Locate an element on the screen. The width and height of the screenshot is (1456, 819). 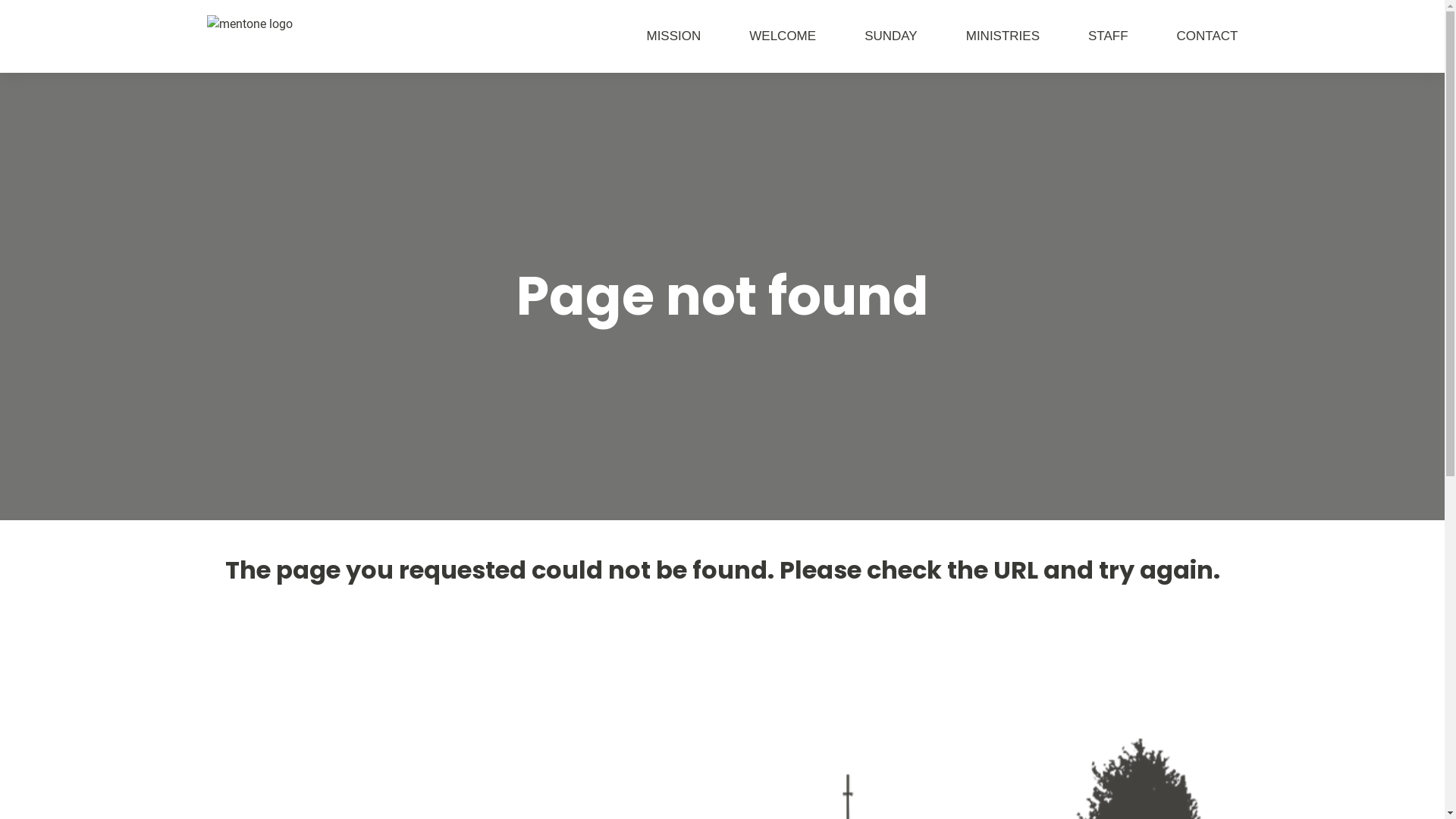
'WELCOME' is located at coordinates (700, 35).